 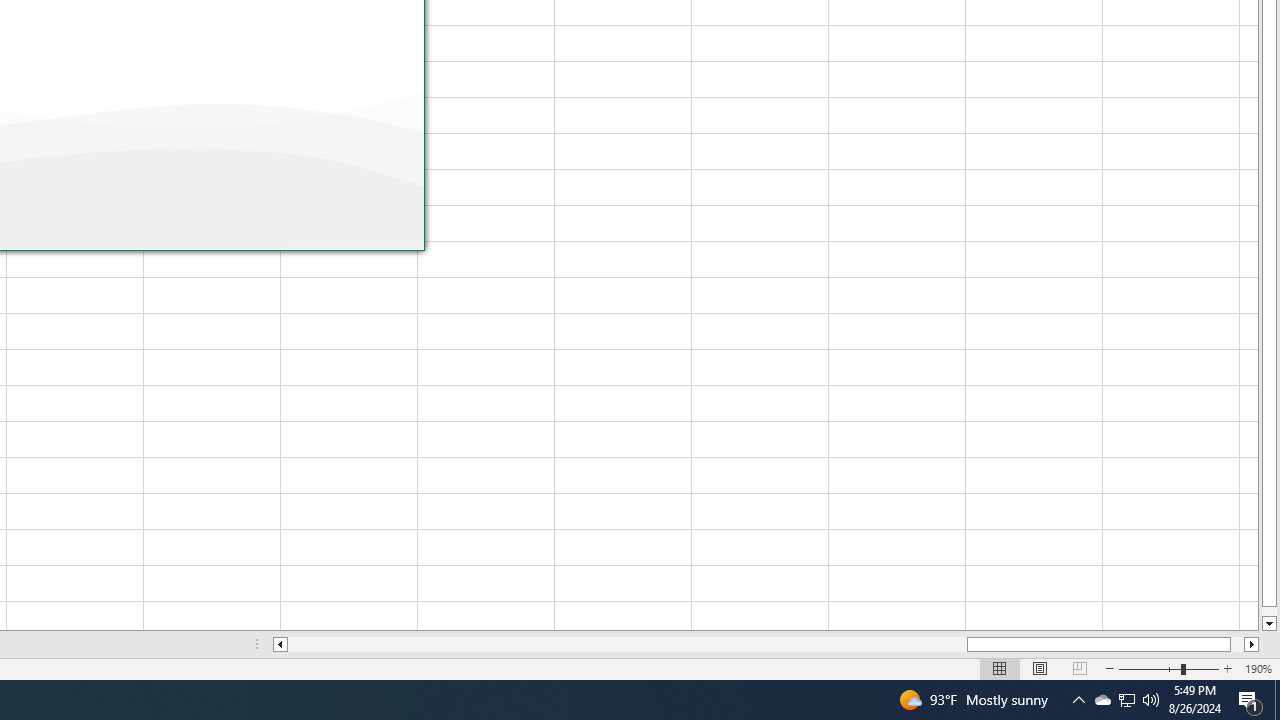 I want to click on 'Page right', so click(x=1236, y=644).